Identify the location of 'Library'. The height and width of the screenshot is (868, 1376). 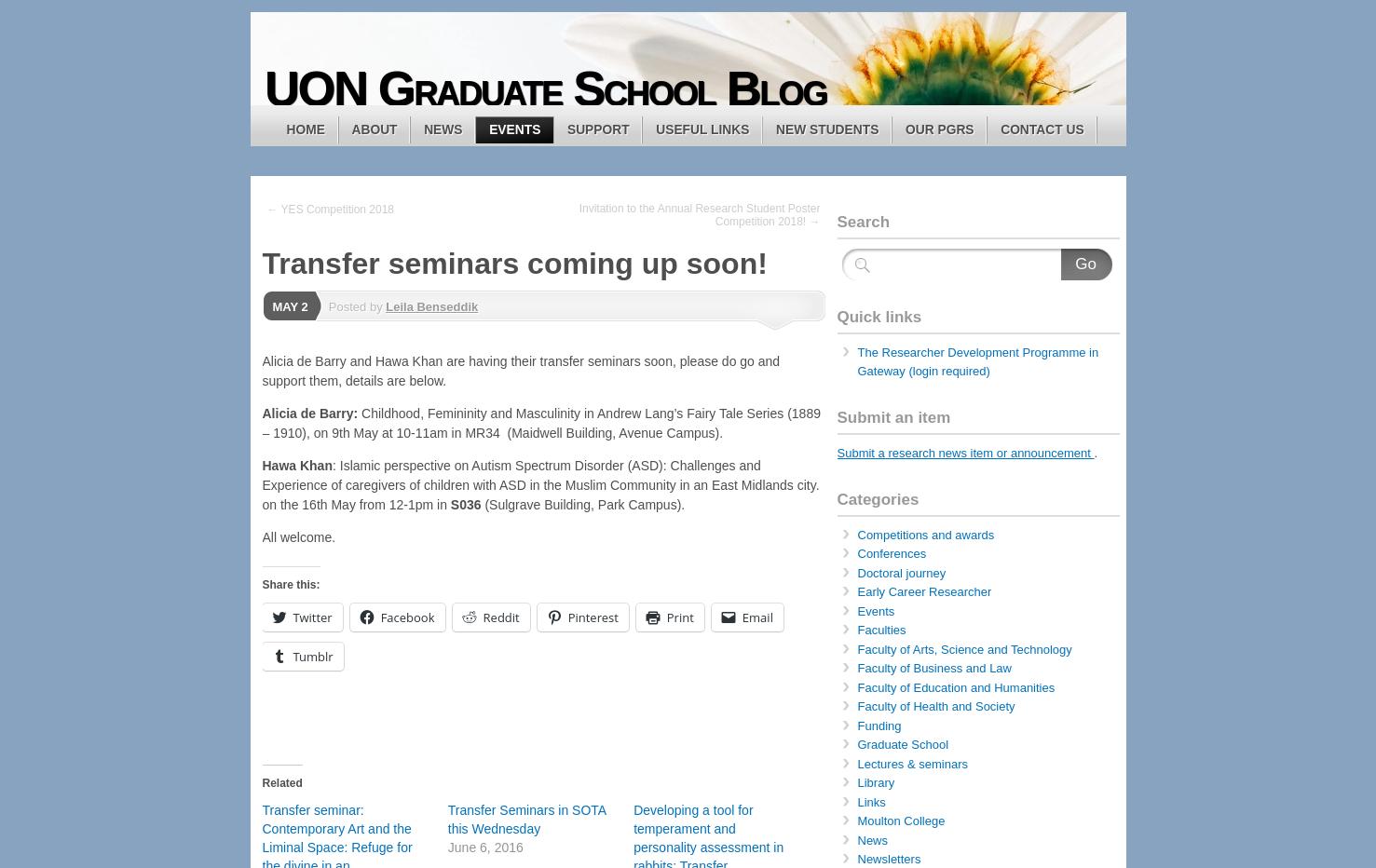
(875, 781).